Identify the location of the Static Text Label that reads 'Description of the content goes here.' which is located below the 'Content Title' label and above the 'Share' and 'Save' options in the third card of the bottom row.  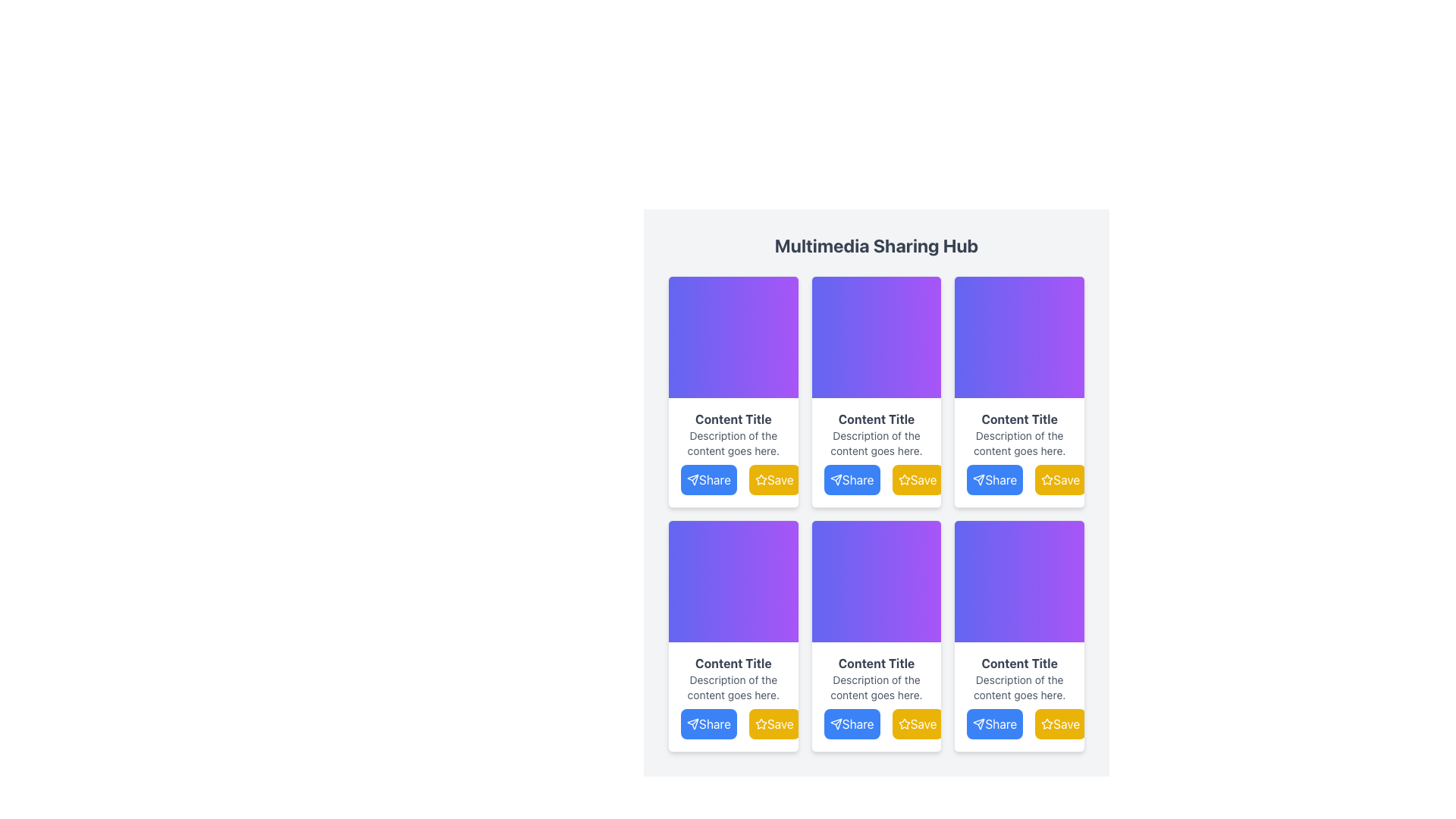
(877, 687).